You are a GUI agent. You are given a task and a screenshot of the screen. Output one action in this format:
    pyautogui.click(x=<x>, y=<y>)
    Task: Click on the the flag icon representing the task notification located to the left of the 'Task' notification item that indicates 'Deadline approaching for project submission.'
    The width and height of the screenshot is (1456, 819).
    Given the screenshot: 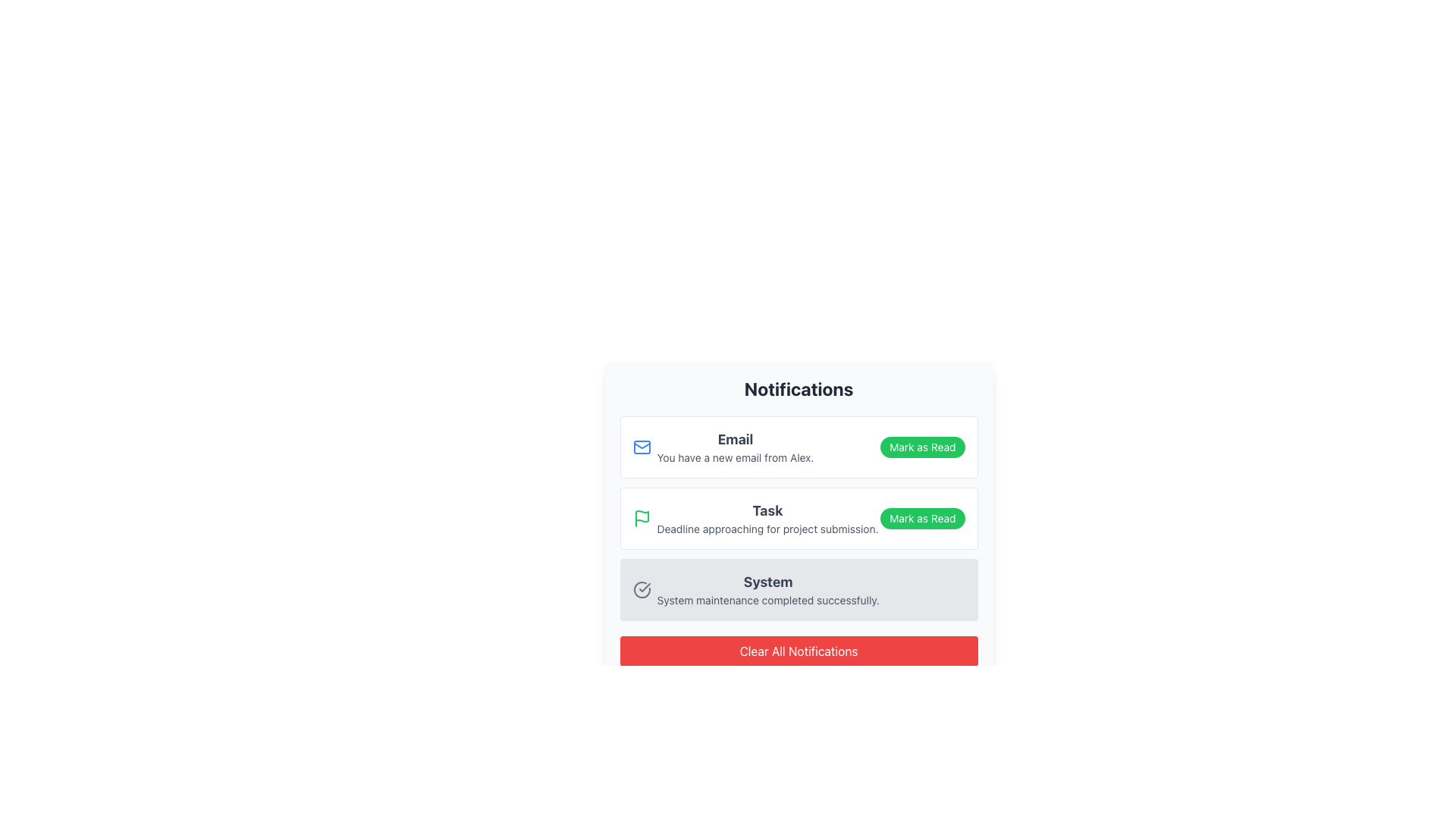 What is the action you would take?
    pyautogui.click(x=642, y=516)
    